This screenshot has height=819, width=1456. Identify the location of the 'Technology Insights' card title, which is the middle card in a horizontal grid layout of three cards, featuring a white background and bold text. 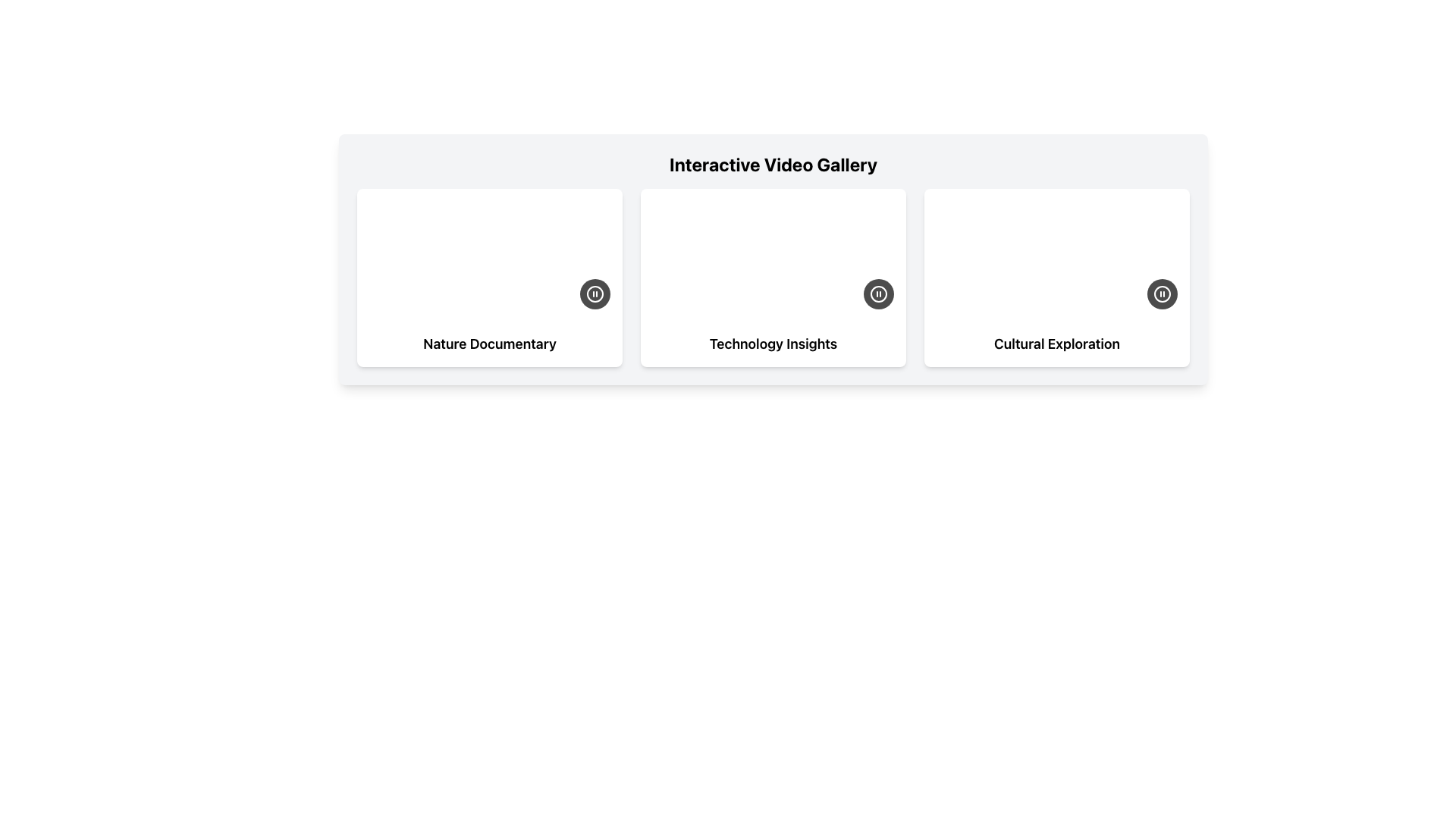
(773, 344).